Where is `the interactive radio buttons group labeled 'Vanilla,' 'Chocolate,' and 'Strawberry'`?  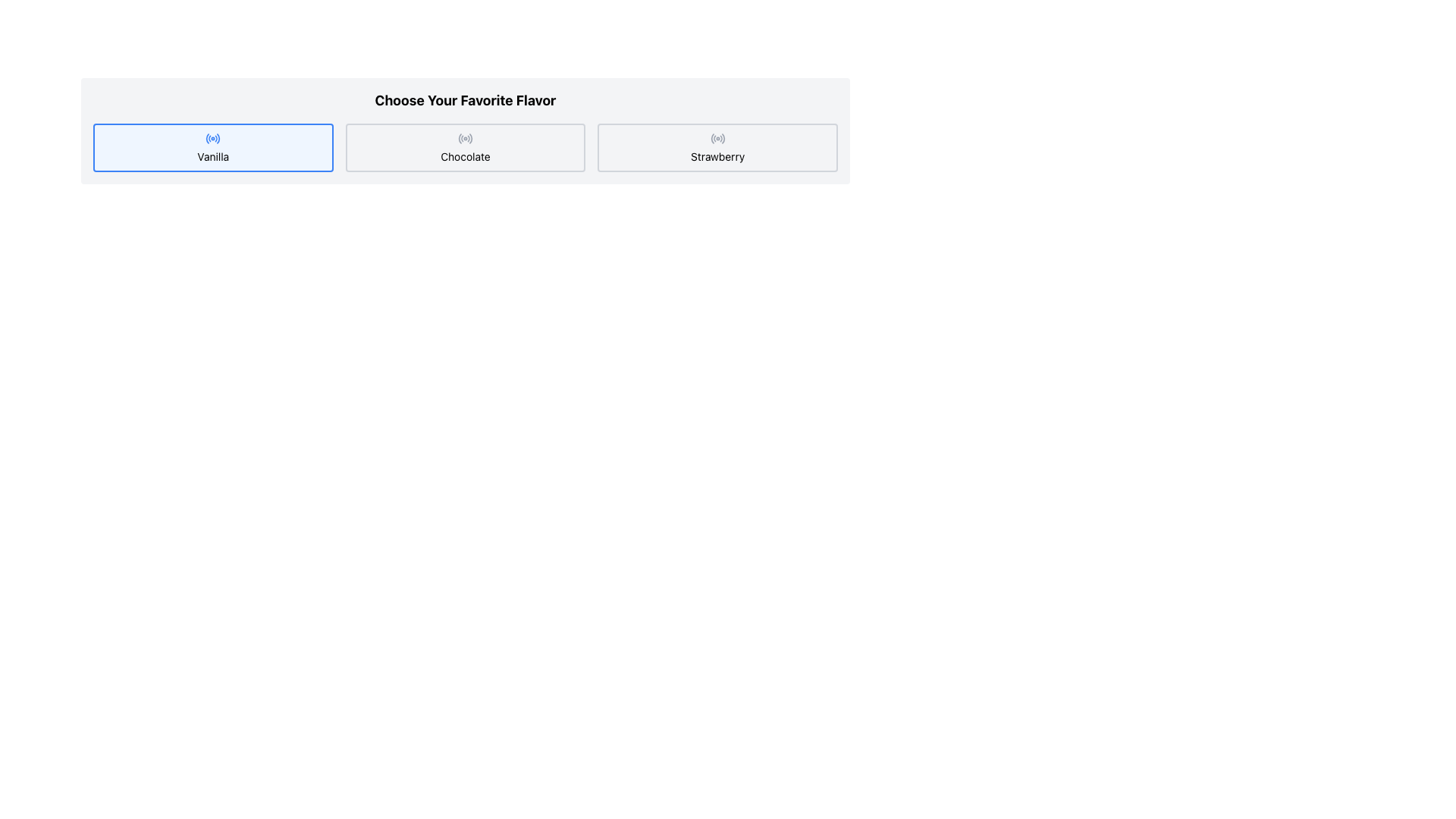
the interactive radio buttons group labeled 'Vanilla,' 'Chocolate,' and 'Strawberry' is located at coordinates (465, 148).